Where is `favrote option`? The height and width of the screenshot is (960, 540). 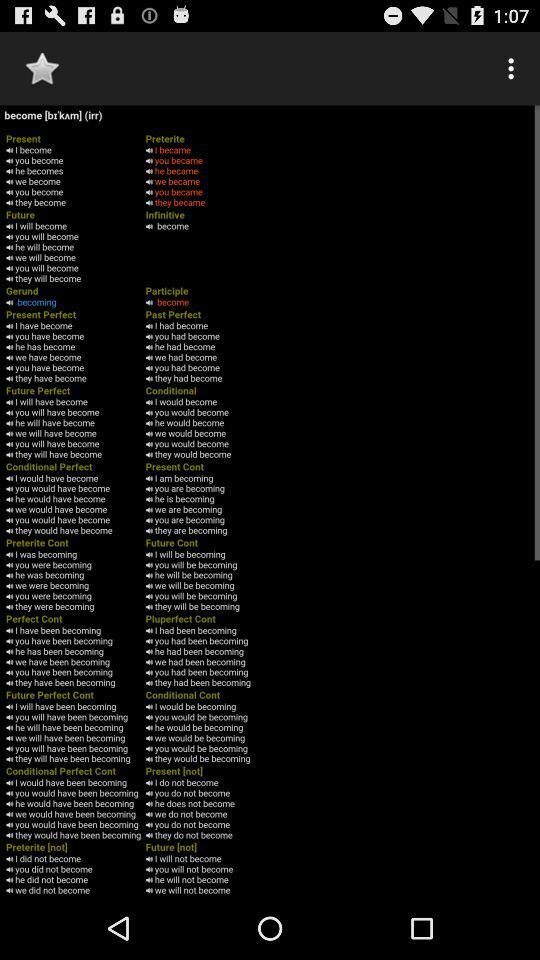
favrote option is located at coordinates (42, 68).